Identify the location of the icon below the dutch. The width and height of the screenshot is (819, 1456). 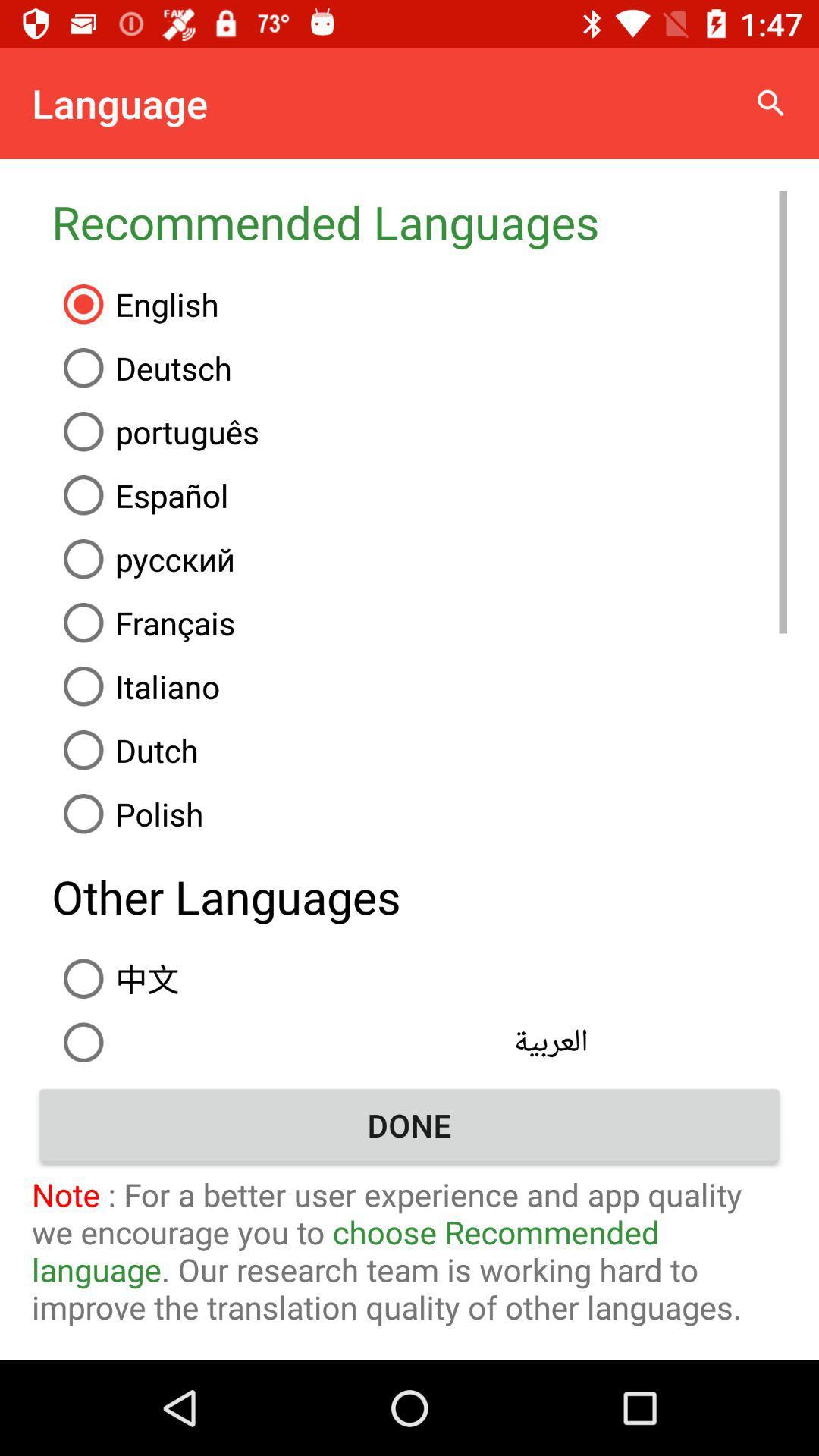
(419, 813).